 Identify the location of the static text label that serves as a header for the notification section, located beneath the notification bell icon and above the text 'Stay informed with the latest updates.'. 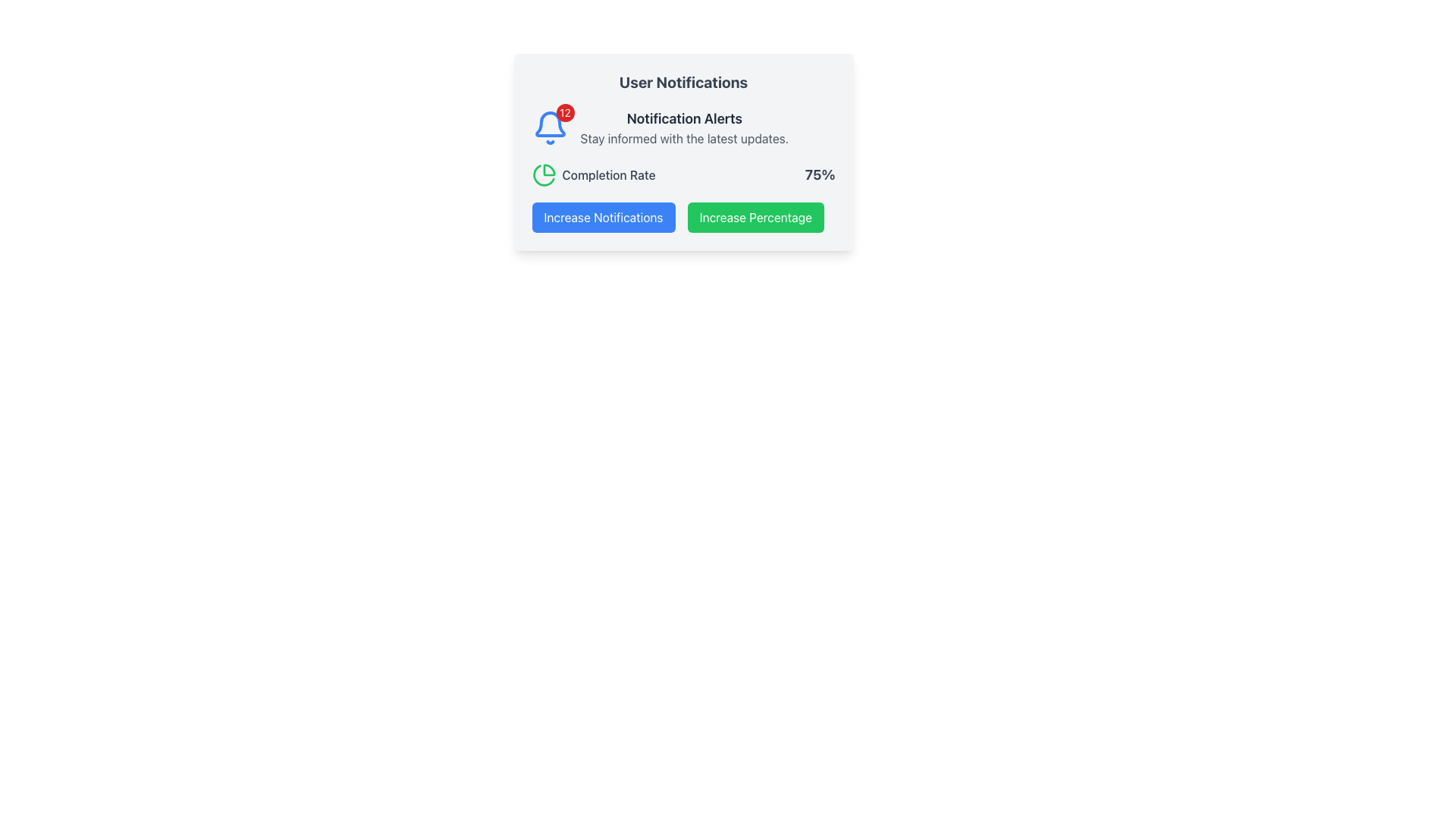
(683, 118).